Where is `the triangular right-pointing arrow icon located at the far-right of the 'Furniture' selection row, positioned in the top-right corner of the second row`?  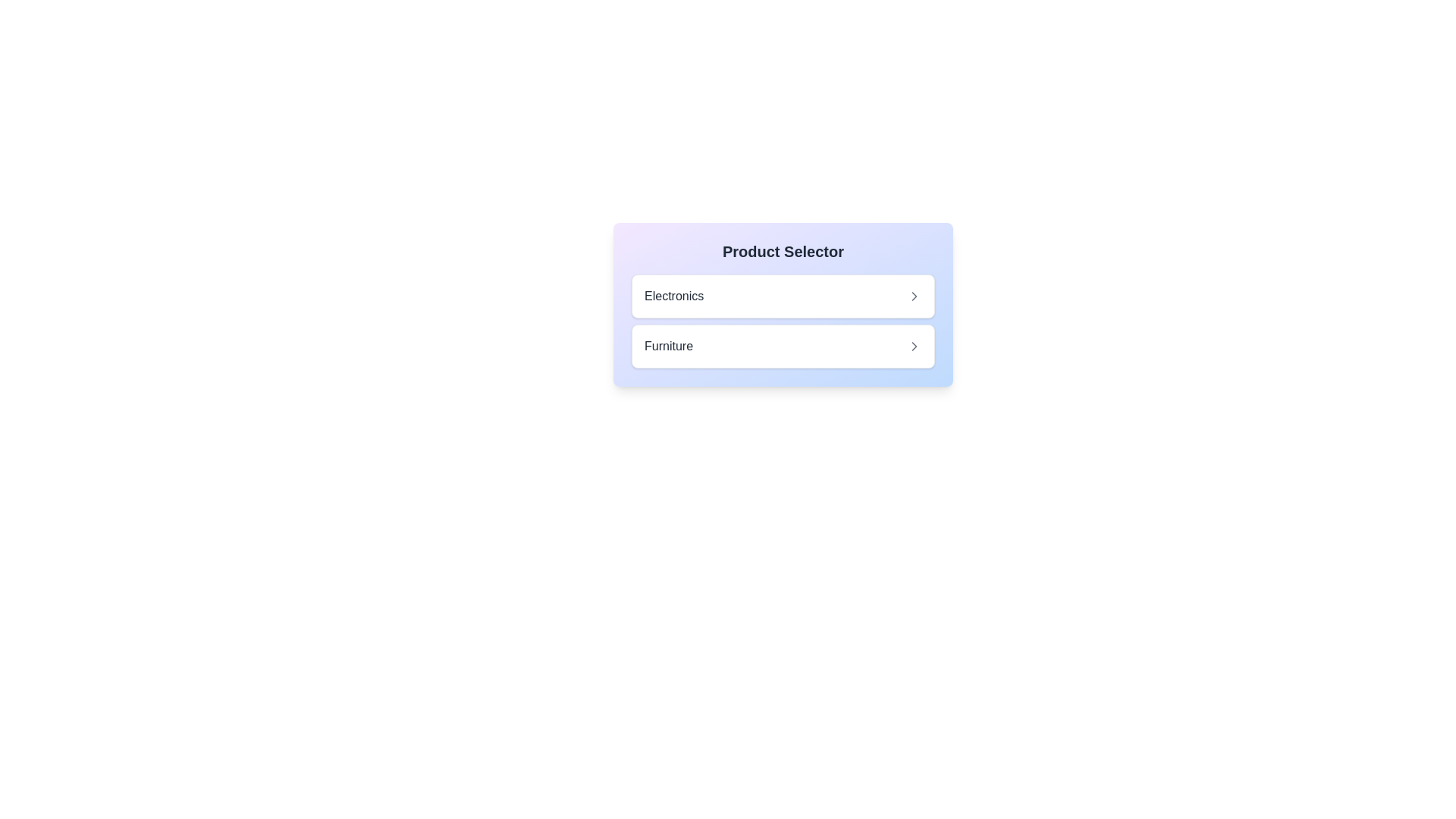 the triangular right-pointing arrow icon located at the far-right of the 'Furniture' selection row, positioned in the top-right corner of the second row is located at coordinates (913, 346).